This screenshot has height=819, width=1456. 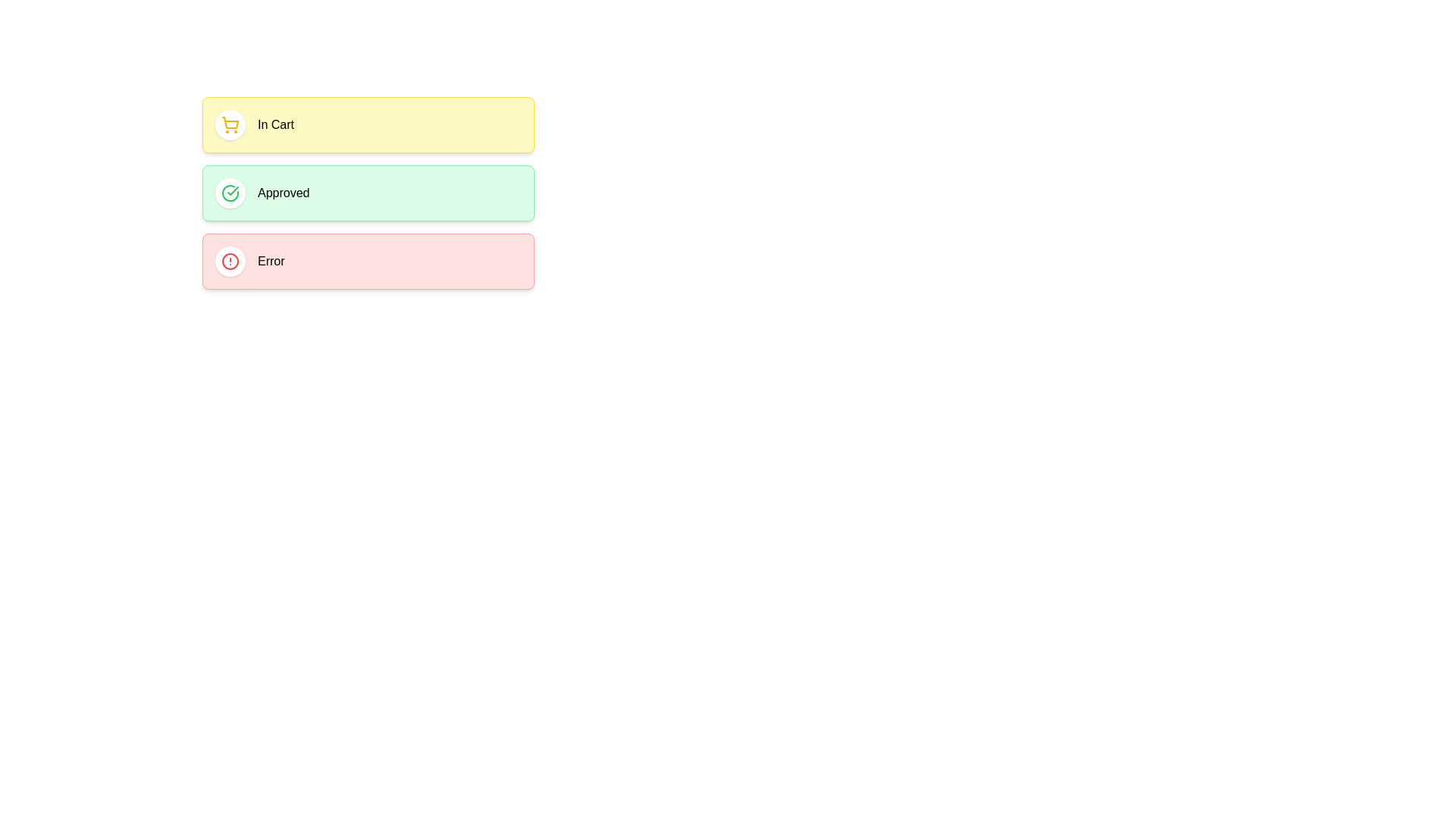 I want to click on the 'In Cart' status icon, which is visually represented within a yellow rectangular background with rounded corners, located at the top of the 'In Cart' section in a vertical stack of three sections, so click(x=229, y=124).